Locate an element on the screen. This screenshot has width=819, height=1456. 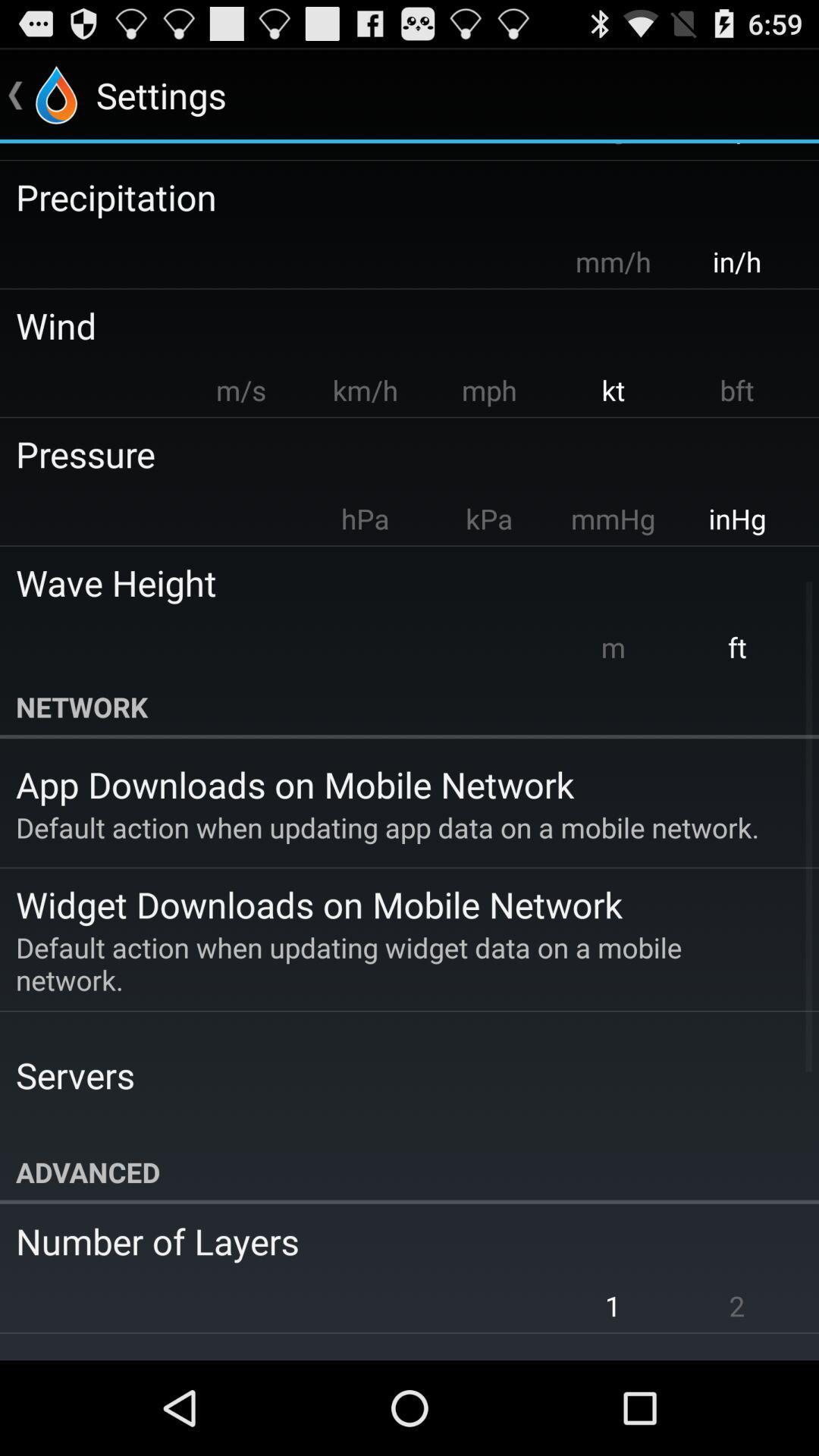
wave height icon is located at coordinates (398, 582).